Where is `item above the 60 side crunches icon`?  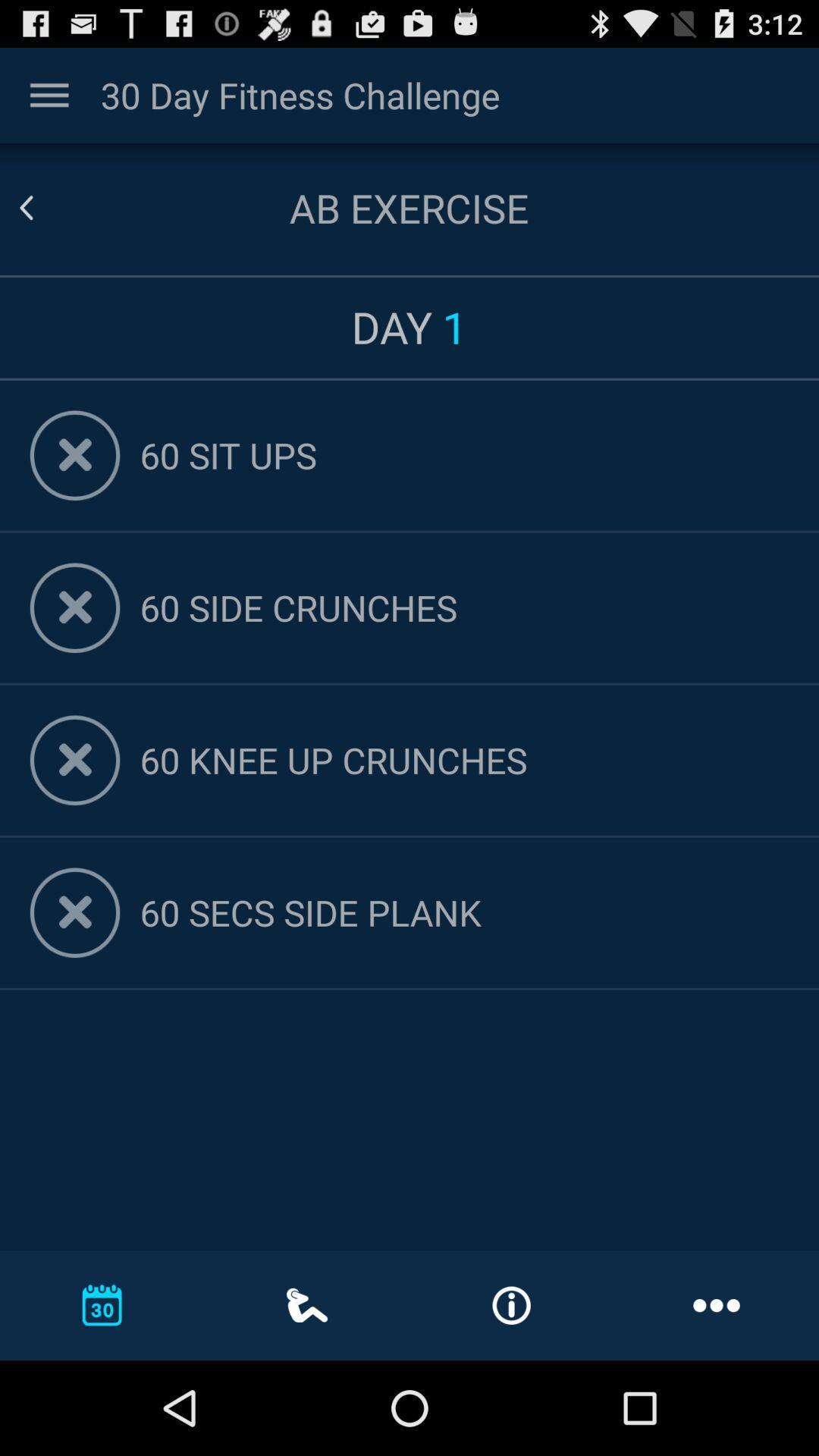
item above the 60 side crunches icon is located at coordinates (463, 454).